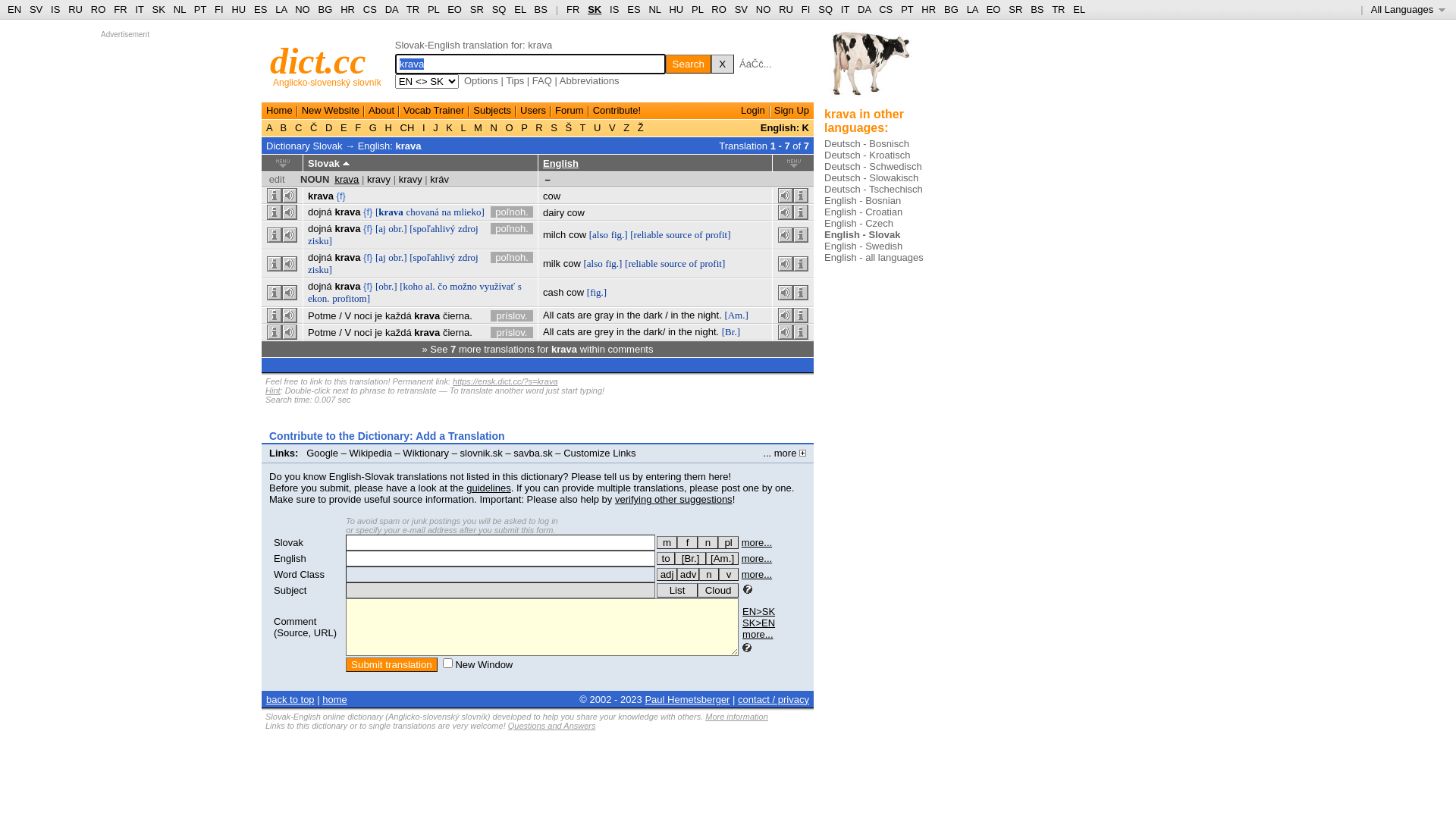 This screenshot has height=819, width=1456. I want to click on 'al.', so click(429, 286).